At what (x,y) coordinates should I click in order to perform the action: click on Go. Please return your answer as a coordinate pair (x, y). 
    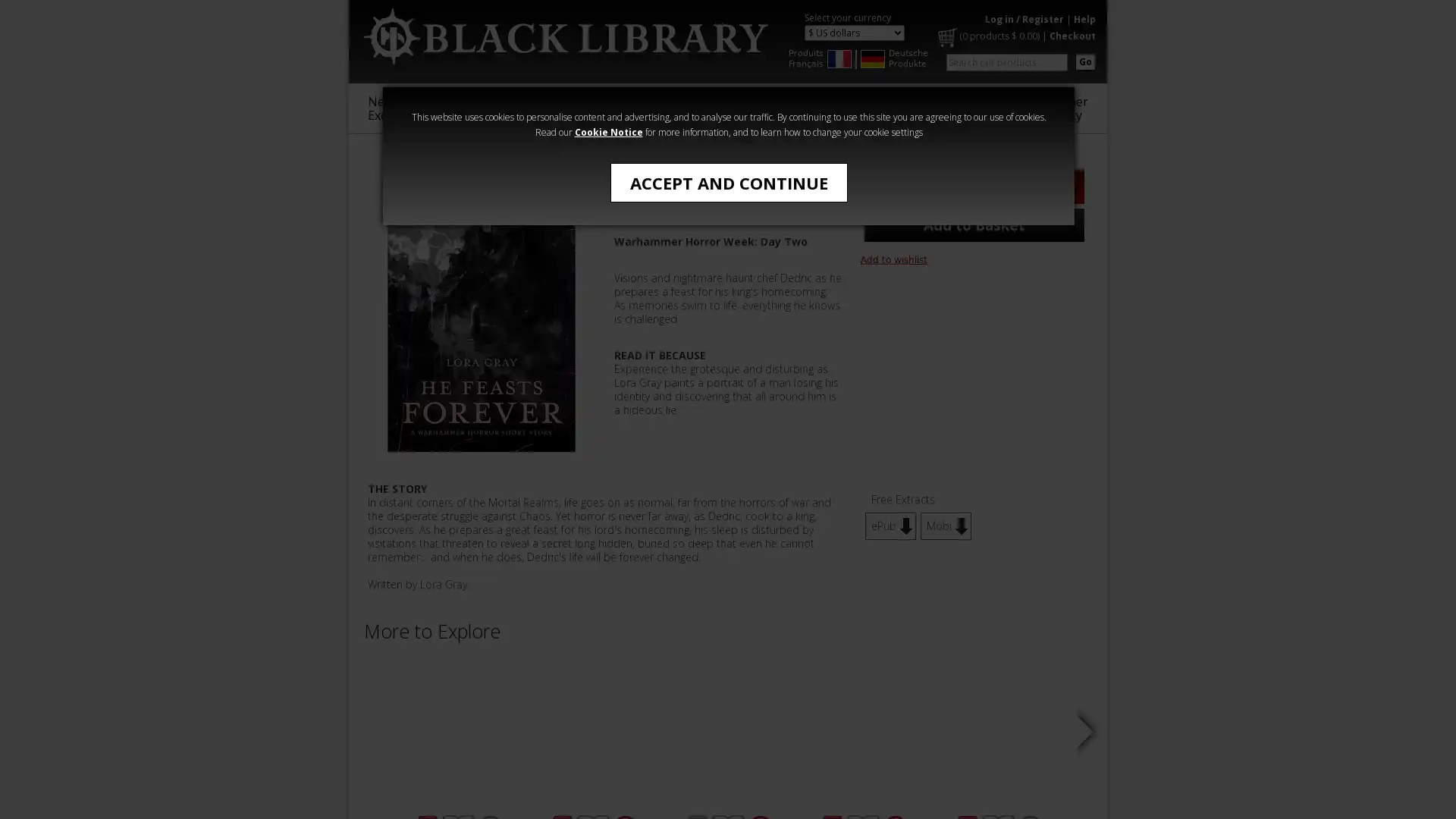
    Looking at the image, I should click on (1084, 61).